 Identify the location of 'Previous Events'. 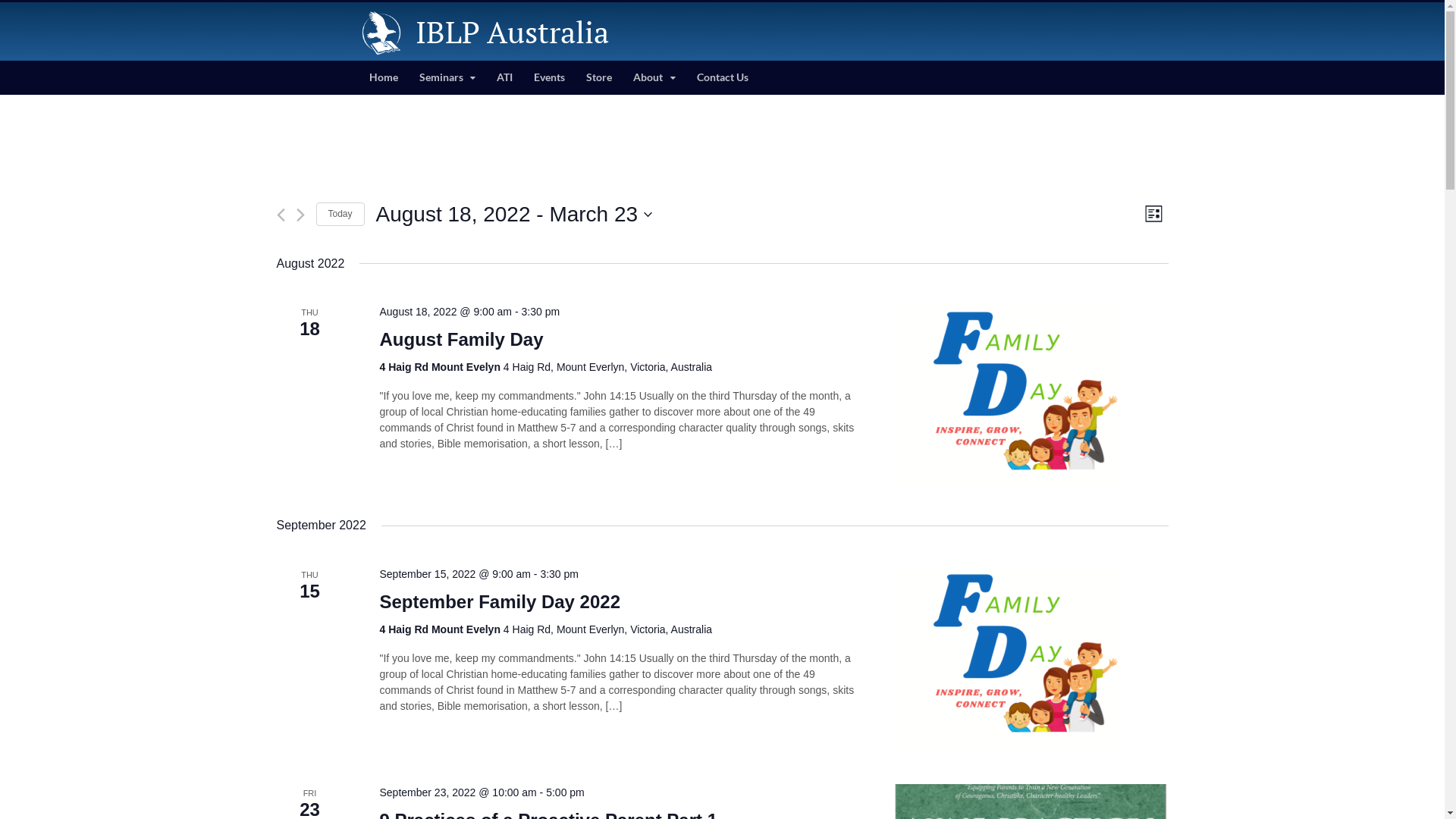
(280, 215).